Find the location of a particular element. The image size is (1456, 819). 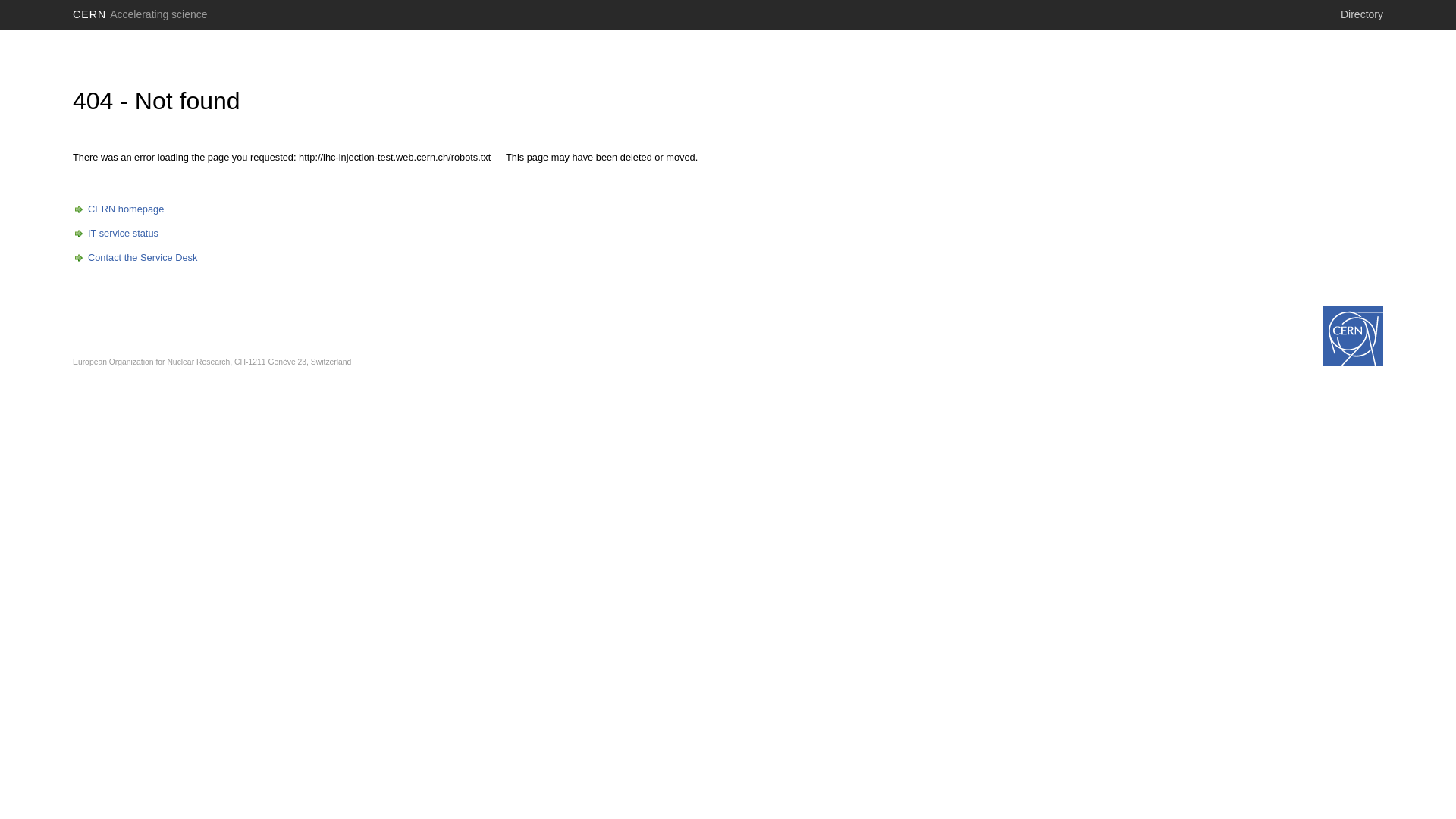

'Directory' is located at coordinates (1361, 14).